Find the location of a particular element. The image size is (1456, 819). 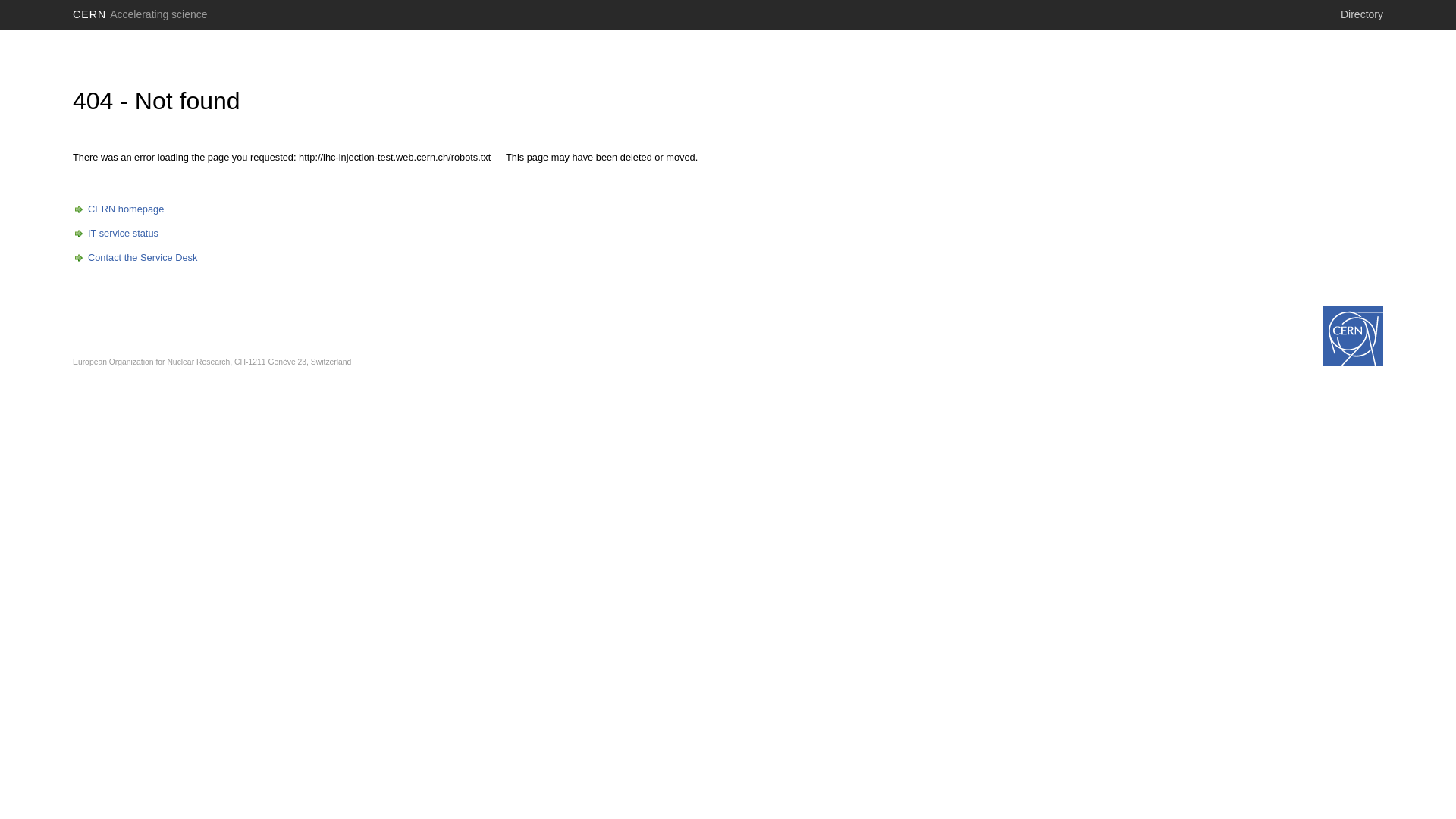

'Directory' is located at coordinates (1361, 14).